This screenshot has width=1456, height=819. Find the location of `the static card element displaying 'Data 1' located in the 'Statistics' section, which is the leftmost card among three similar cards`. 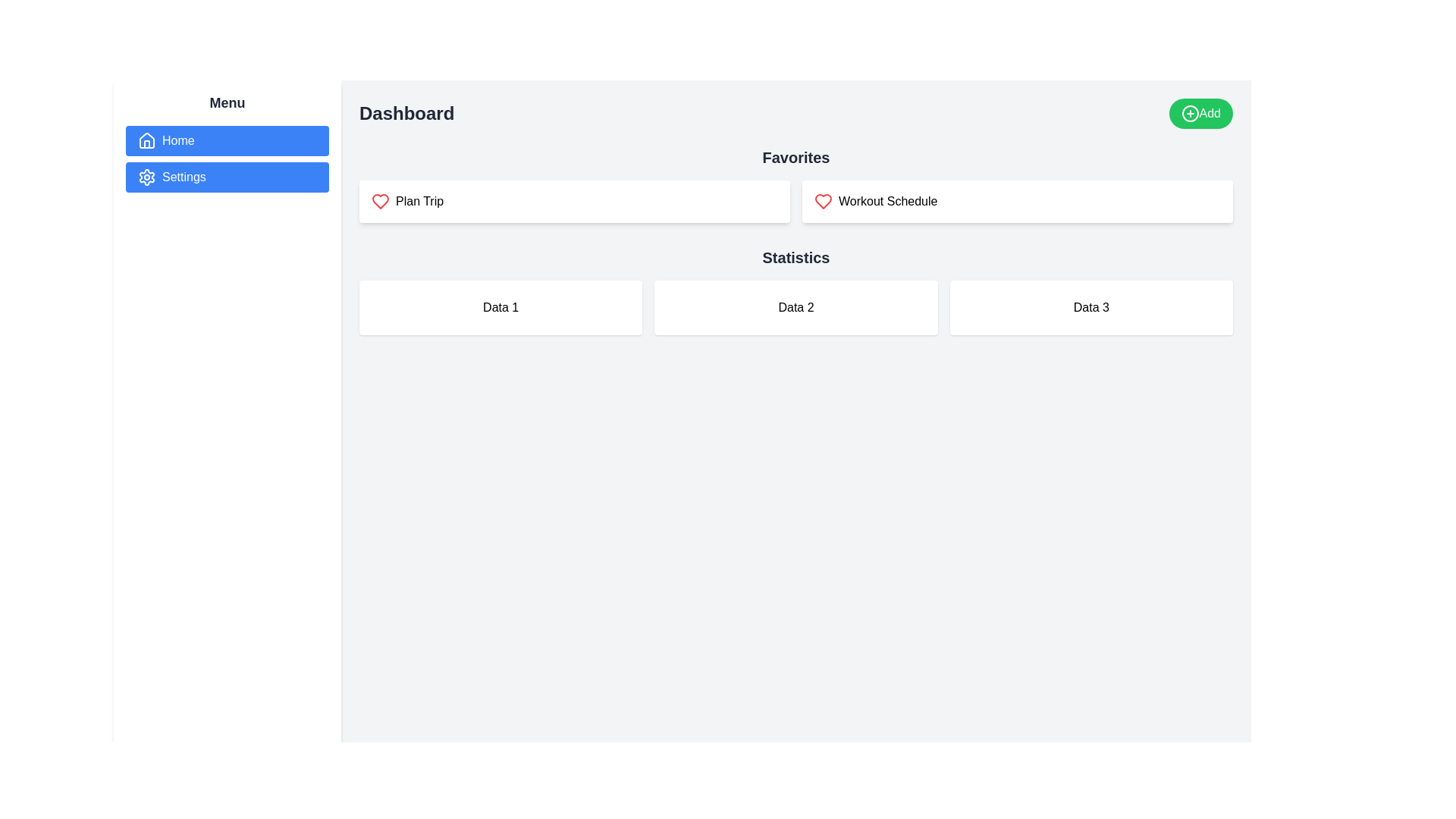

the static card element displaying 'Data 1' located in the 'Statistics' section, which is the leftmost card among three similar cards is located at coordinates (500, 307).